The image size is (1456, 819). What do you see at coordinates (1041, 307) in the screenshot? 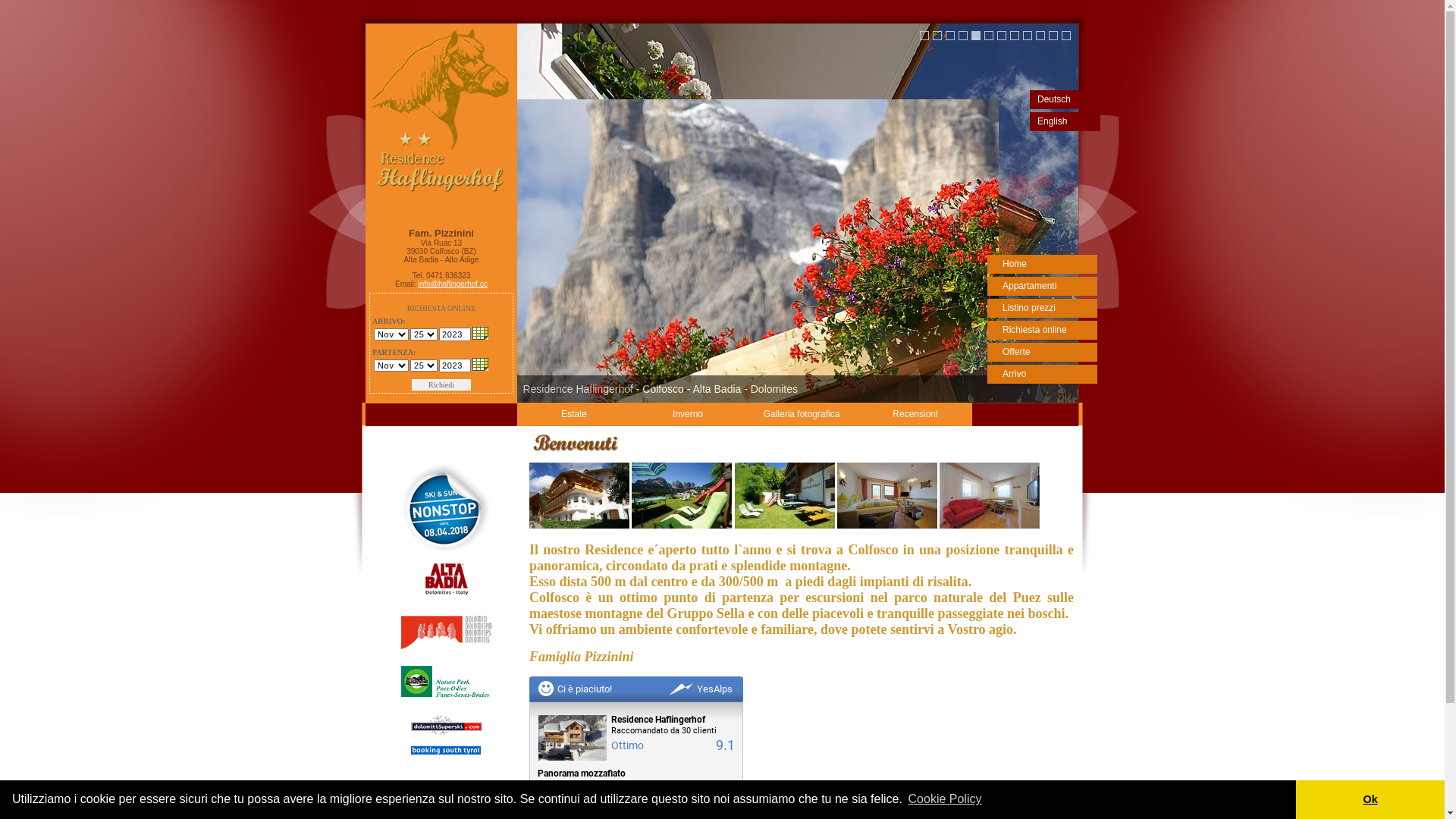
I see `'Listino prezzi'` at bounding box center [1041, 307].